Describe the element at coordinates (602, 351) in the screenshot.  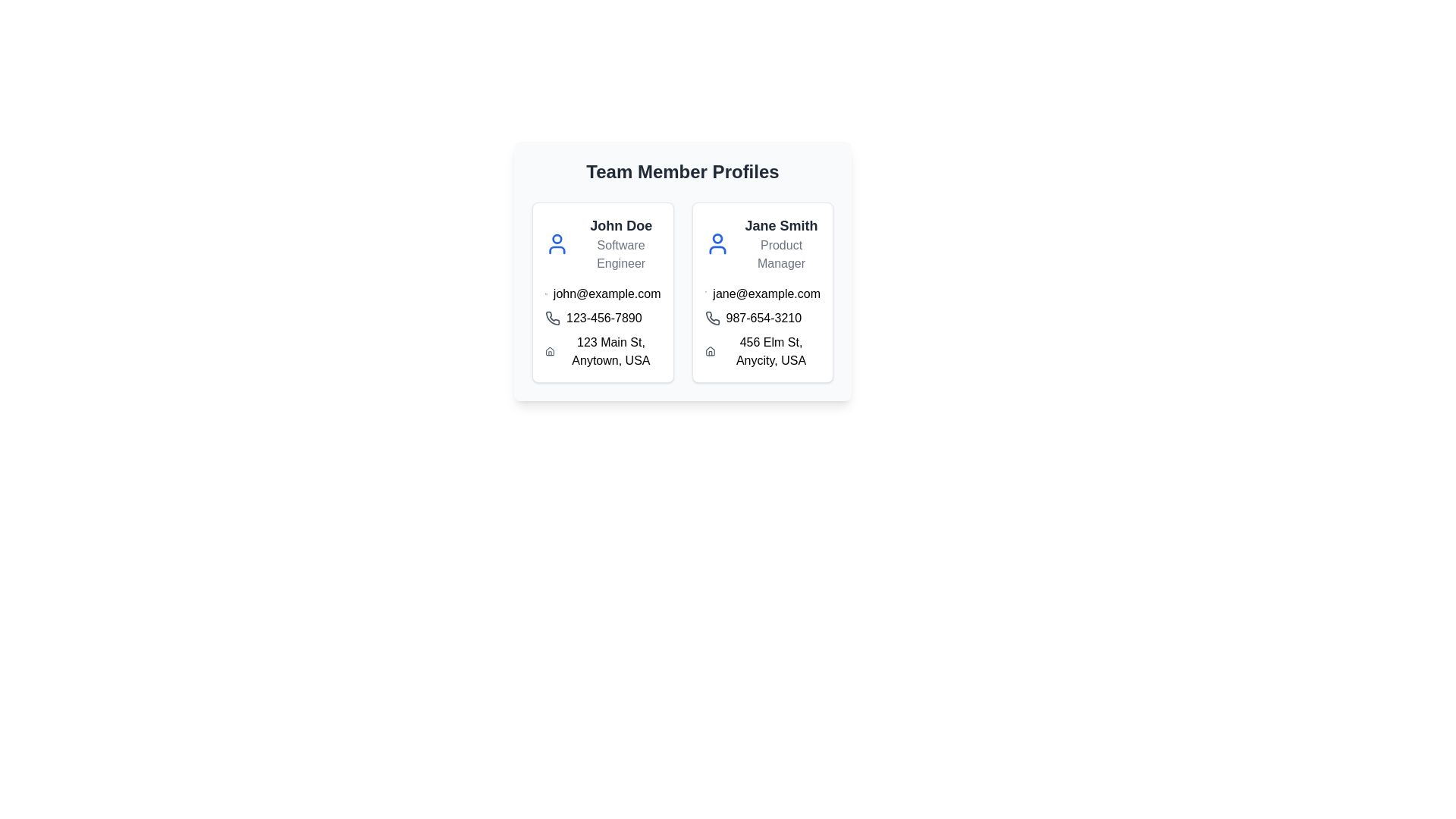
I see `the text element displaying '123 Main St, Anytown, USA' with a house icon to read it` at that location.